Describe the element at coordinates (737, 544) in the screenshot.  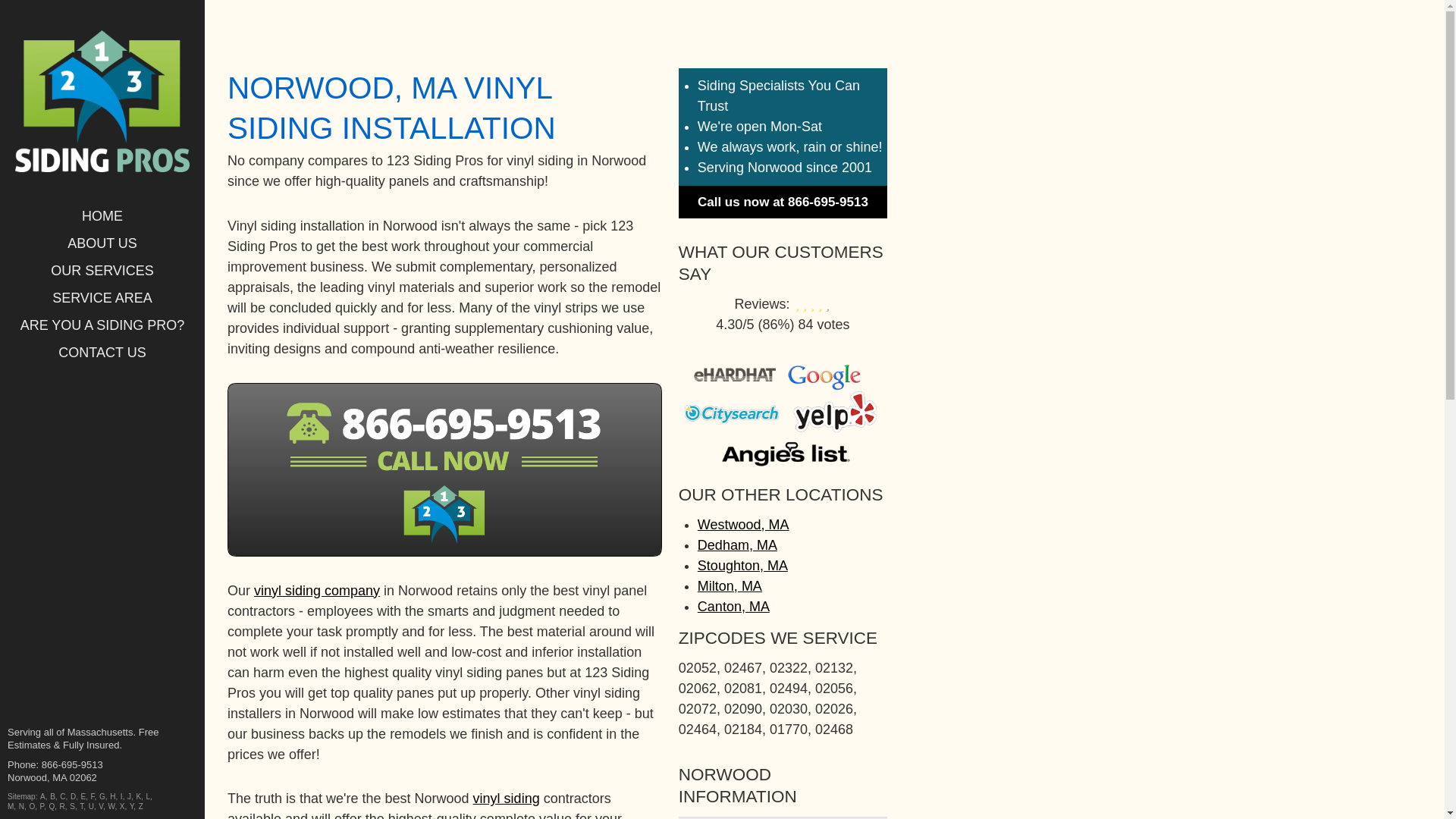
I see `'Dedham, MA'` at that location.